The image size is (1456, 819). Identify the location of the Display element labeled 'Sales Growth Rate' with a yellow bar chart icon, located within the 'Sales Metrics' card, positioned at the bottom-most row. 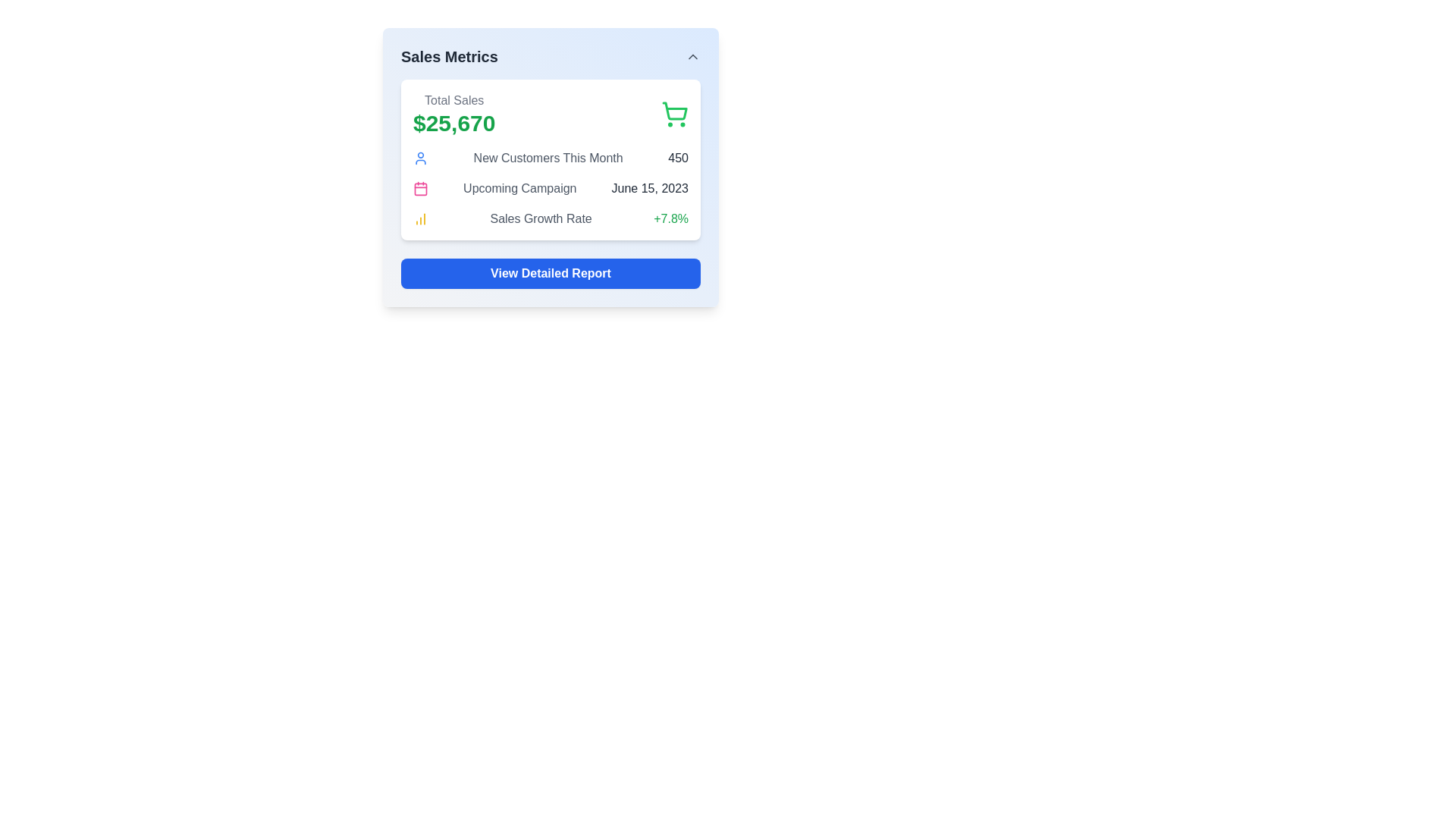
(550, 219).